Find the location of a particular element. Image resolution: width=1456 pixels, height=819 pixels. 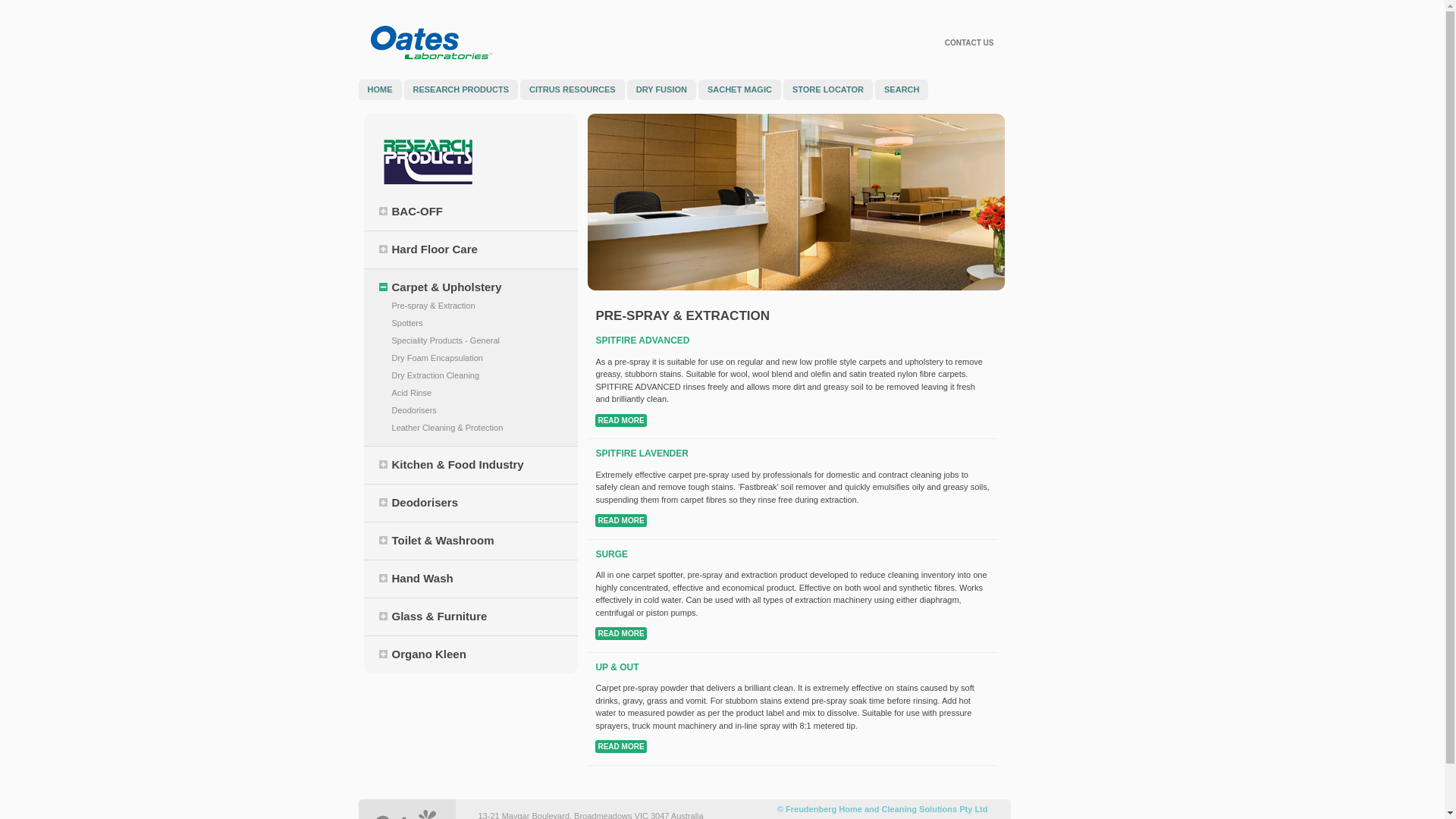

'Spotters' is located at coordinates (392, 322).